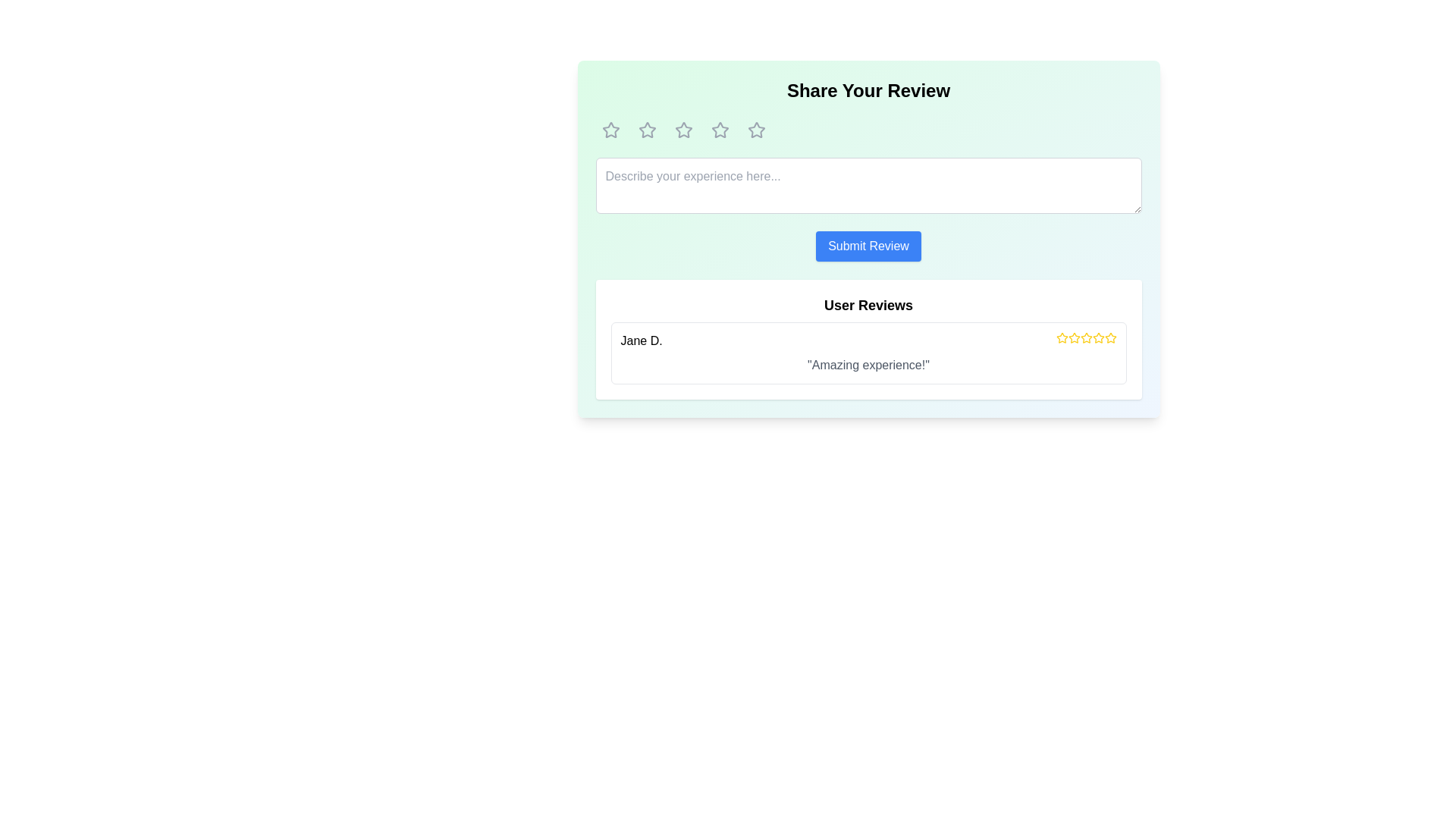  What do you see at coordinates (1085, 337) in the screenshot?
I see `the fourth star icon in a group of five stars used for user ratings, located below the review comment from user Jane D` at bounding box center [1085, 337].